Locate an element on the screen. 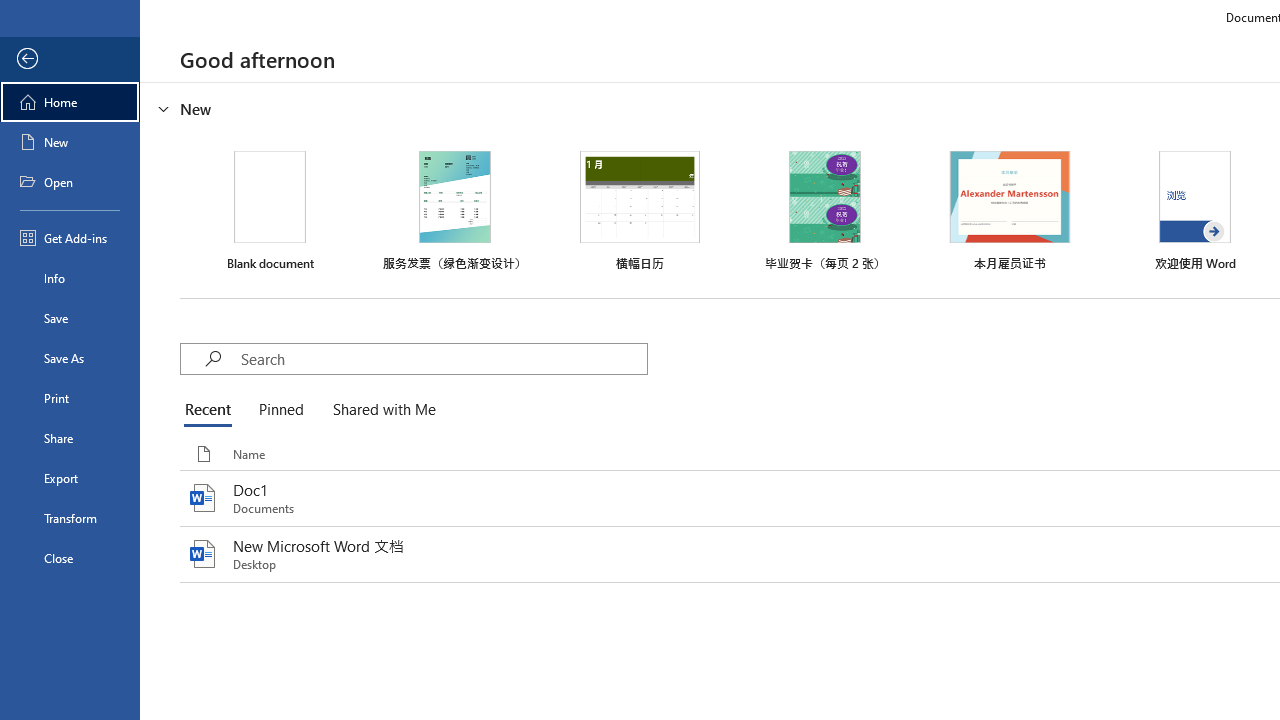 The height and width of the screenshot is (720, 1280). 'New' is located at coordinates (69, 140).